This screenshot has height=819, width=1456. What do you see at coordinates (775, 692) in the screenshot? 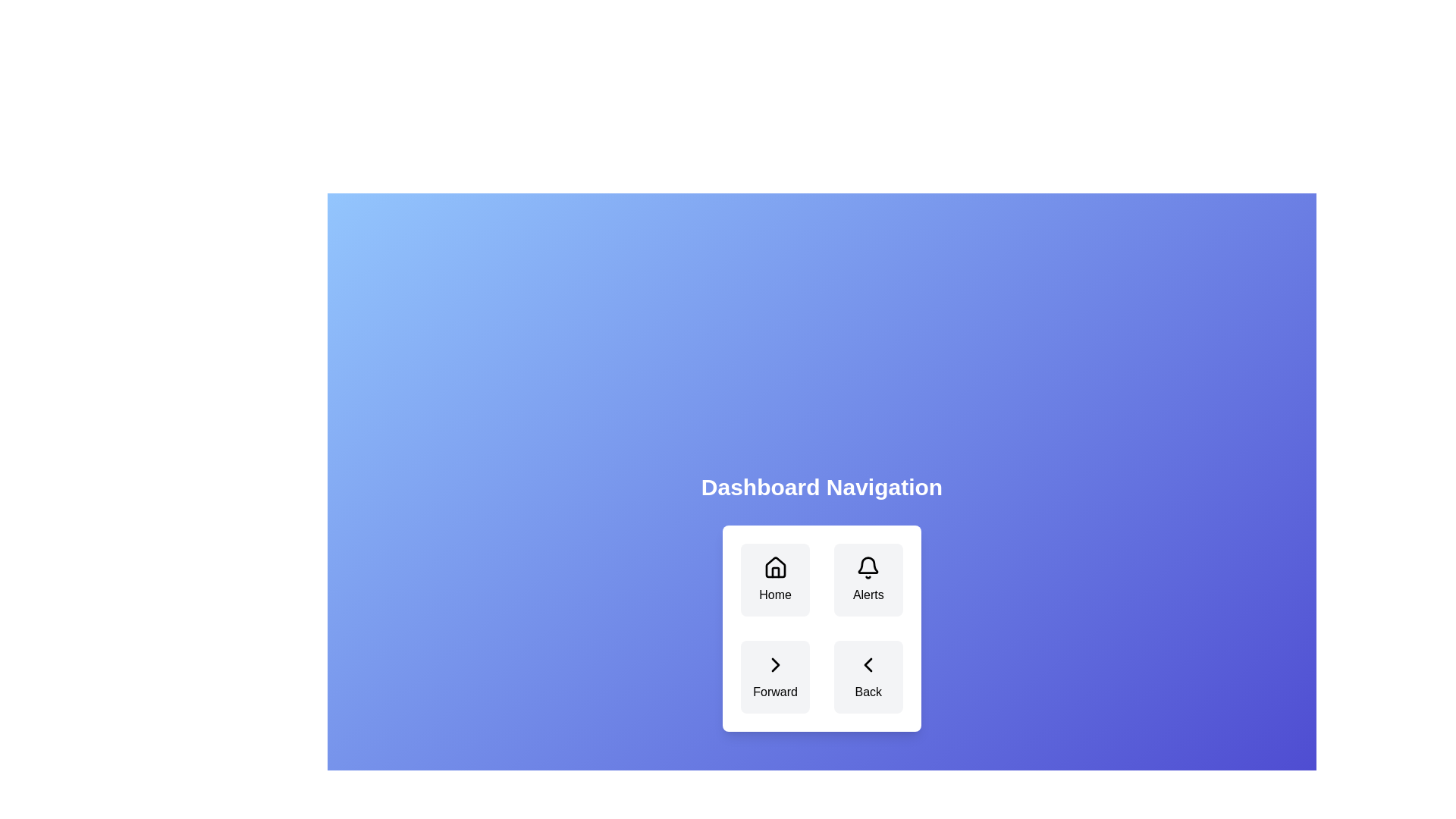
I see `text displayed as 'Forward' located in the bottom-left quadrant of the grid beneath the right-facing arrow icon` at bounding box center [775, 692].